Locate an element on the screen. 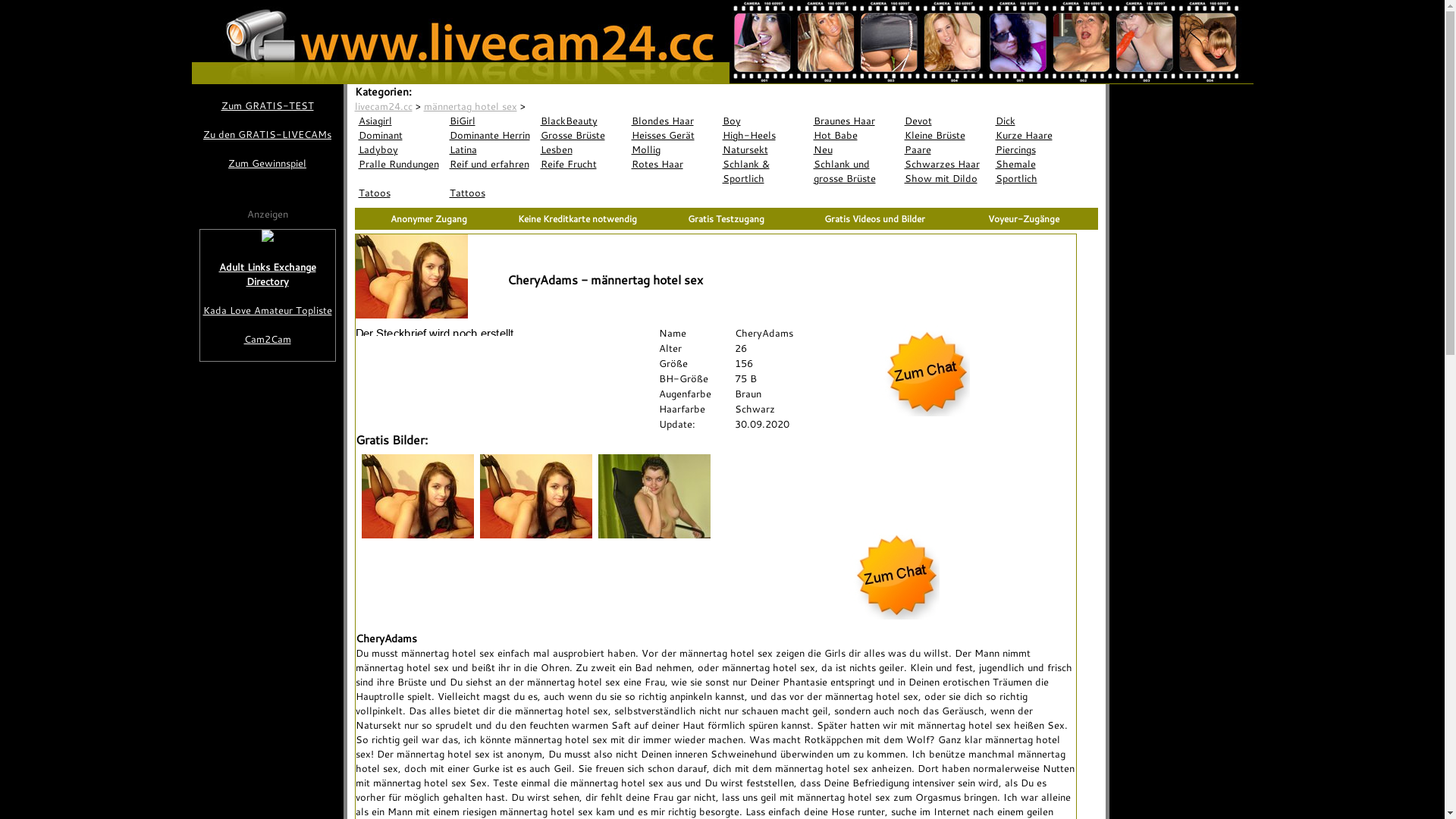 The image size is (1456, 819). 'Asiagirl' is located at coordinates (400, 120).